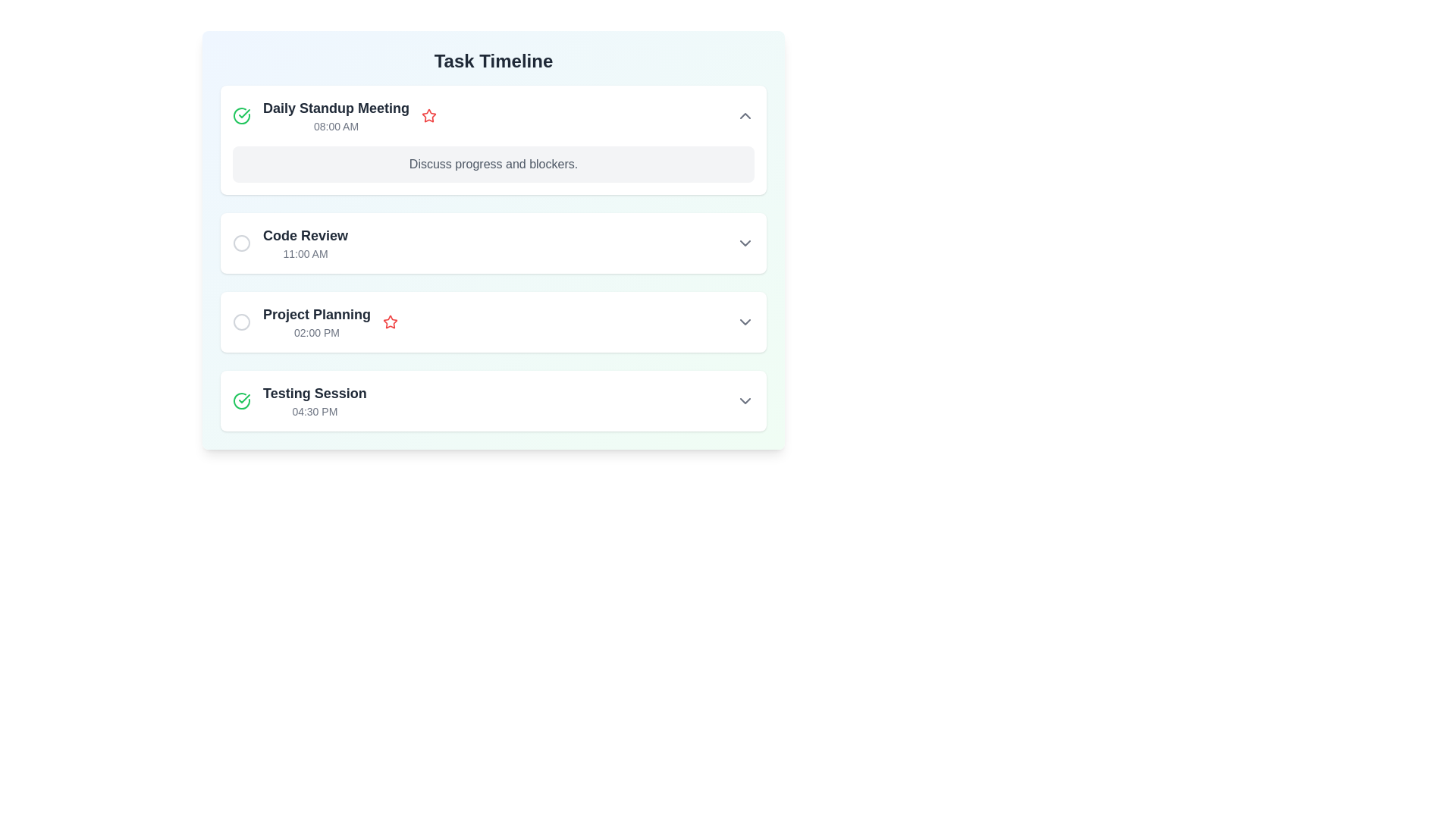 This screenshot has height=819, width=1456. What do you see at coordinates (300, 400) in the screenshot?
I see `the Label with icon and text that displays 'Testing Session' and '04:30 PM', which includes a green checkmark icon, located in the 'Task Timeline' card` at bounding box center [300, 400].